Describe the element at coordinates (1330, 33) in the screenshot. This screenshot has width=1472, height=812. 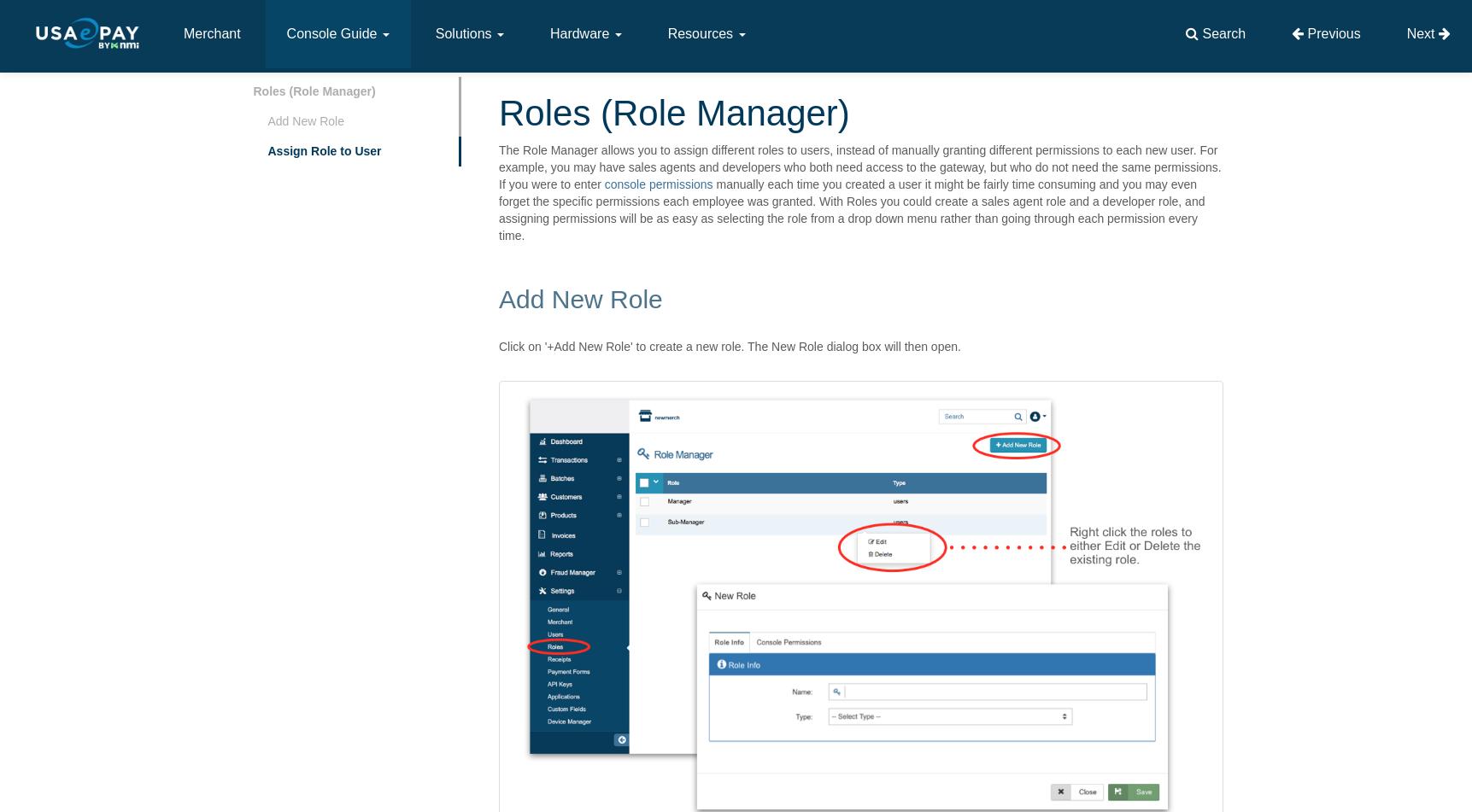
I see `'Previous'` at that location.